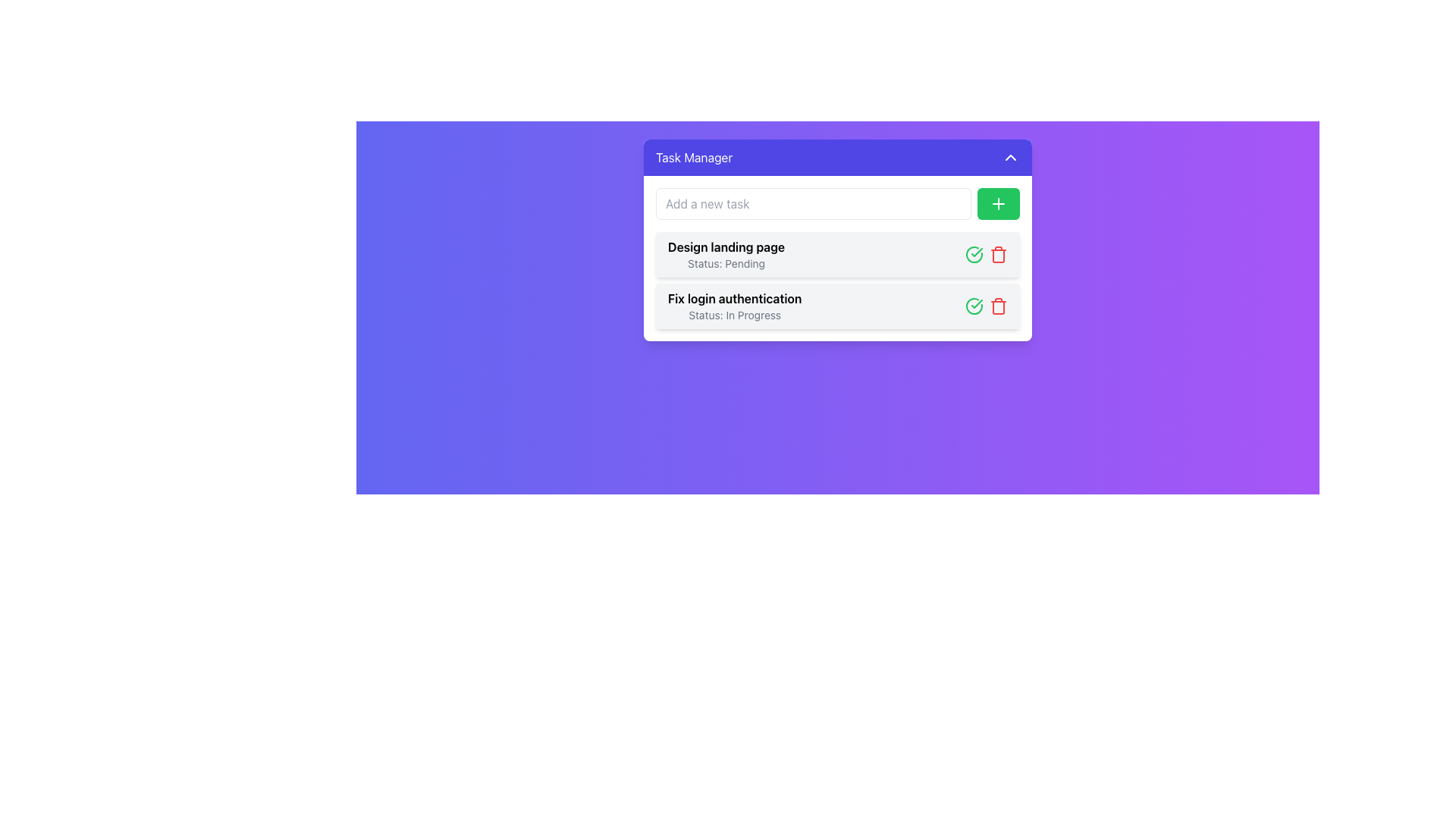  What do you see at coordinates (836, 306) in the screenshot?
I see `the interactive icons on the task item 'Fix login authentication' to mark the task as completed or delete it` at bounding box center [836, 306].